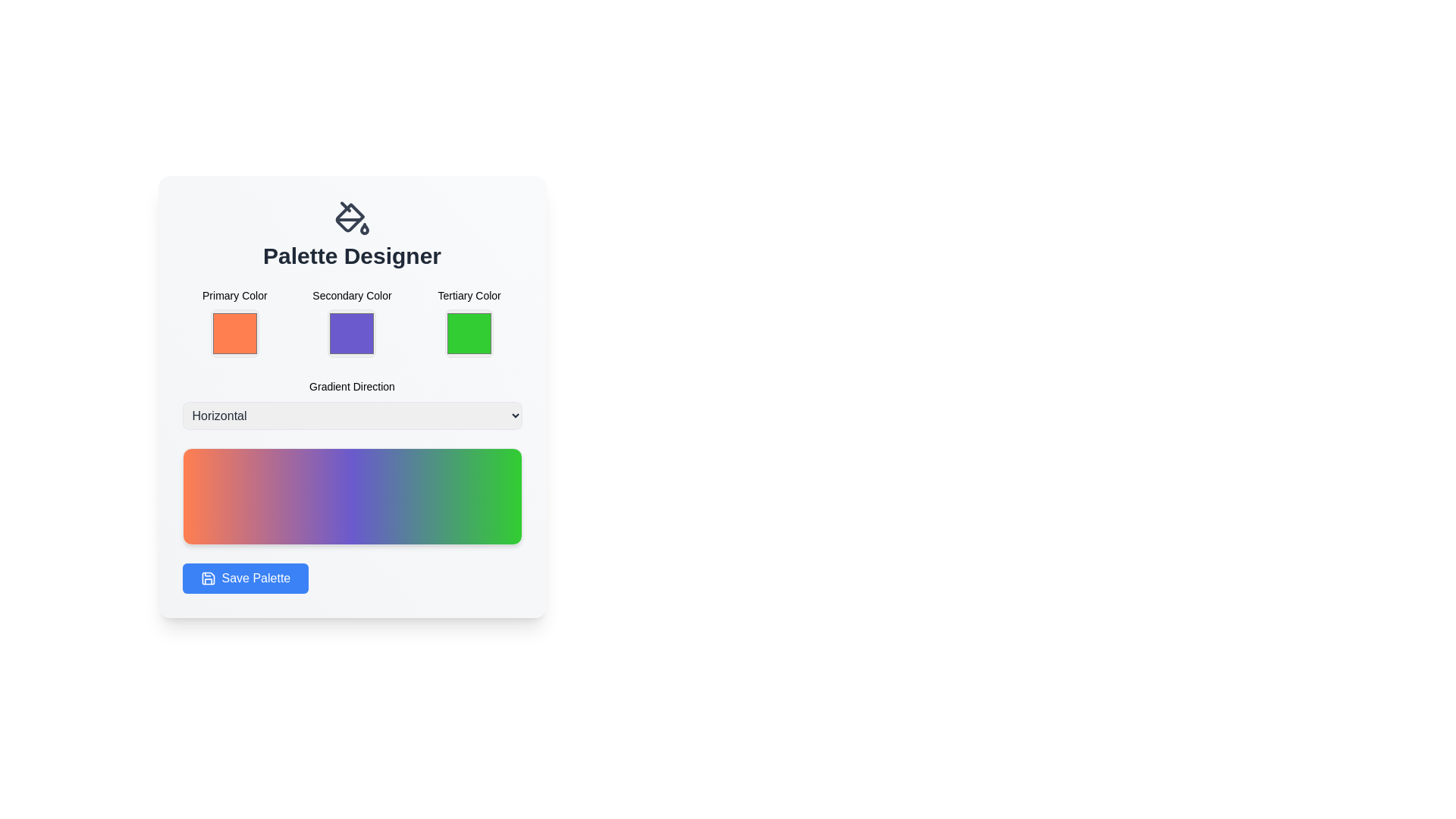  What do you see at coordinates (234, 323) in the screenshot?
I see `the leftmost Color Picker element, which is a square with an orange fill and a light-gray rounded border` at bounding box center [234, 323].